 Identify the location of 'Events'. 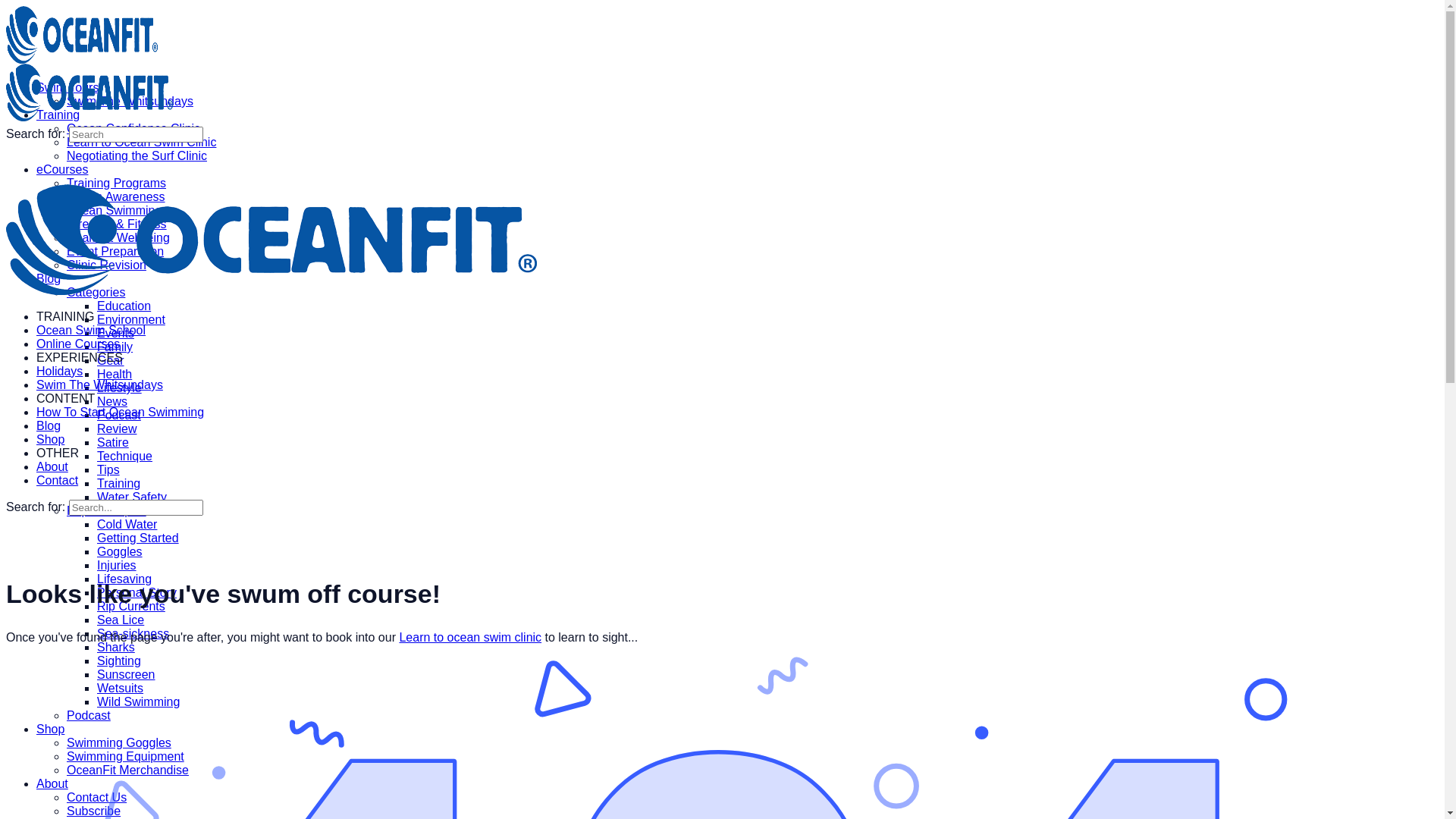
(96, 332).